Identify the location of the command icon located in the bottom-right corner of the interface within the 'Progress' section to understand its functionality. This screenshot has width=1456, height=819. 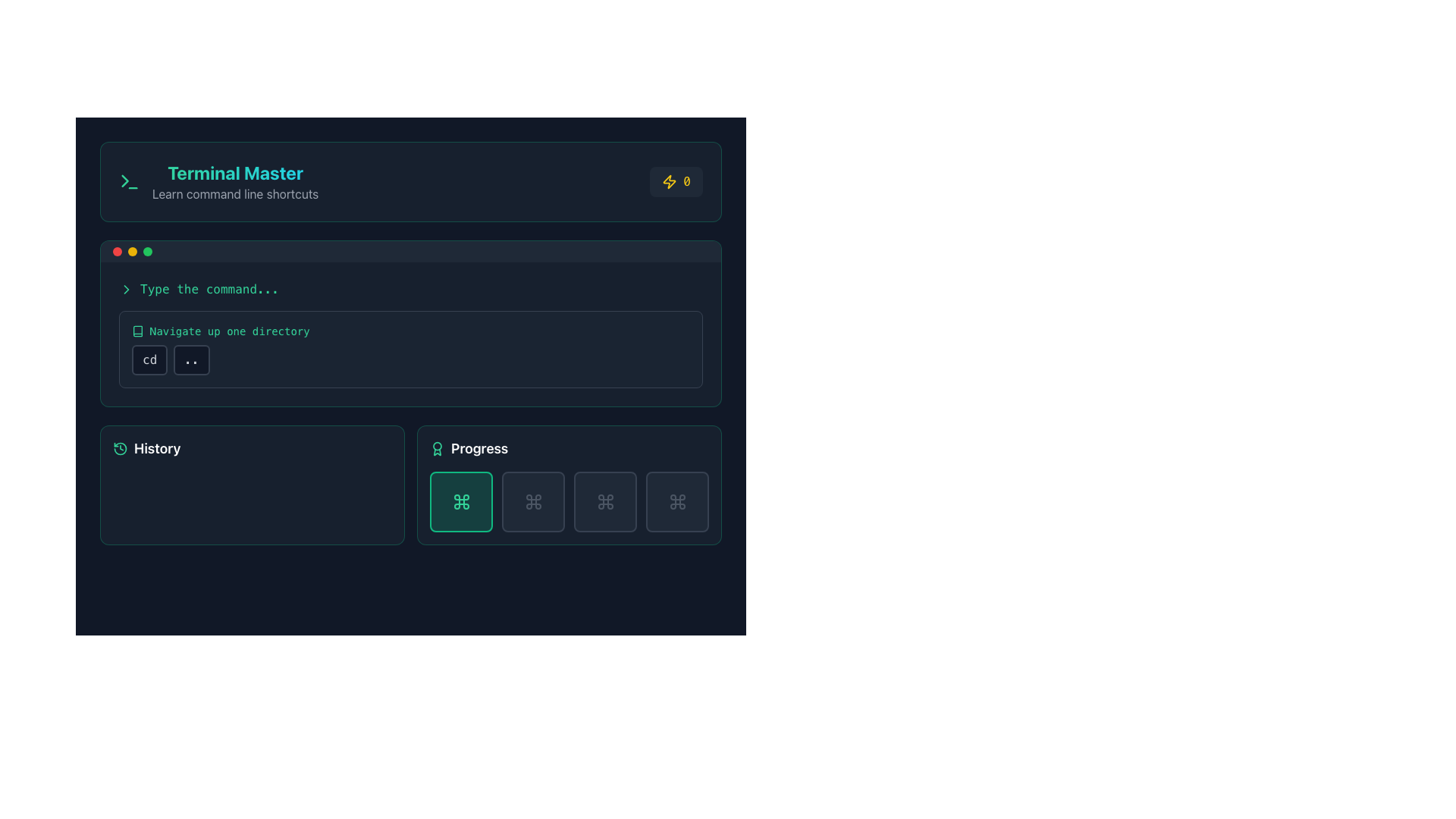
(533, 502).